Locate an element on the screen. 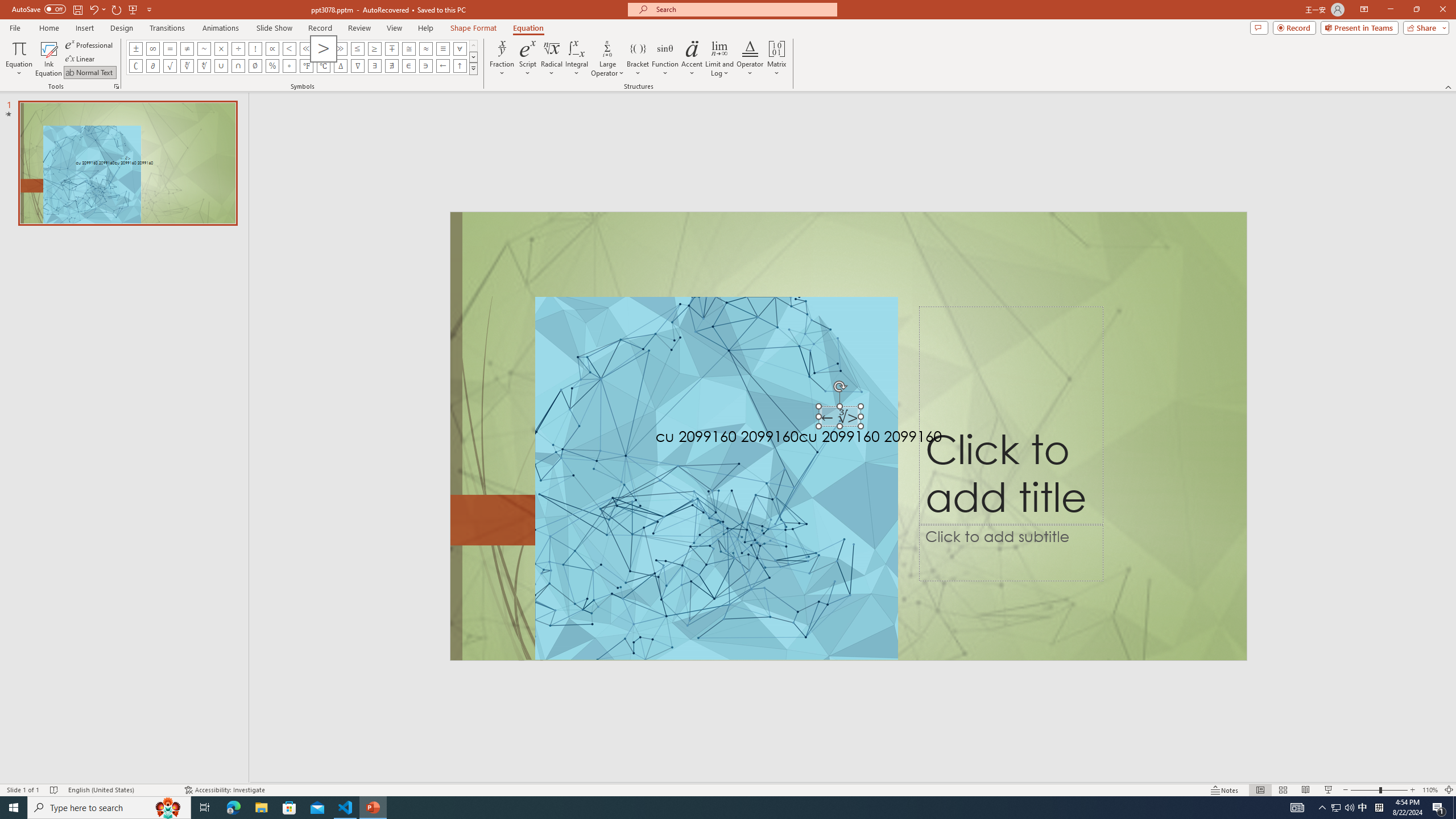  'Equation Symbol Approximately Equal To' is located at coordinates (408, 48).